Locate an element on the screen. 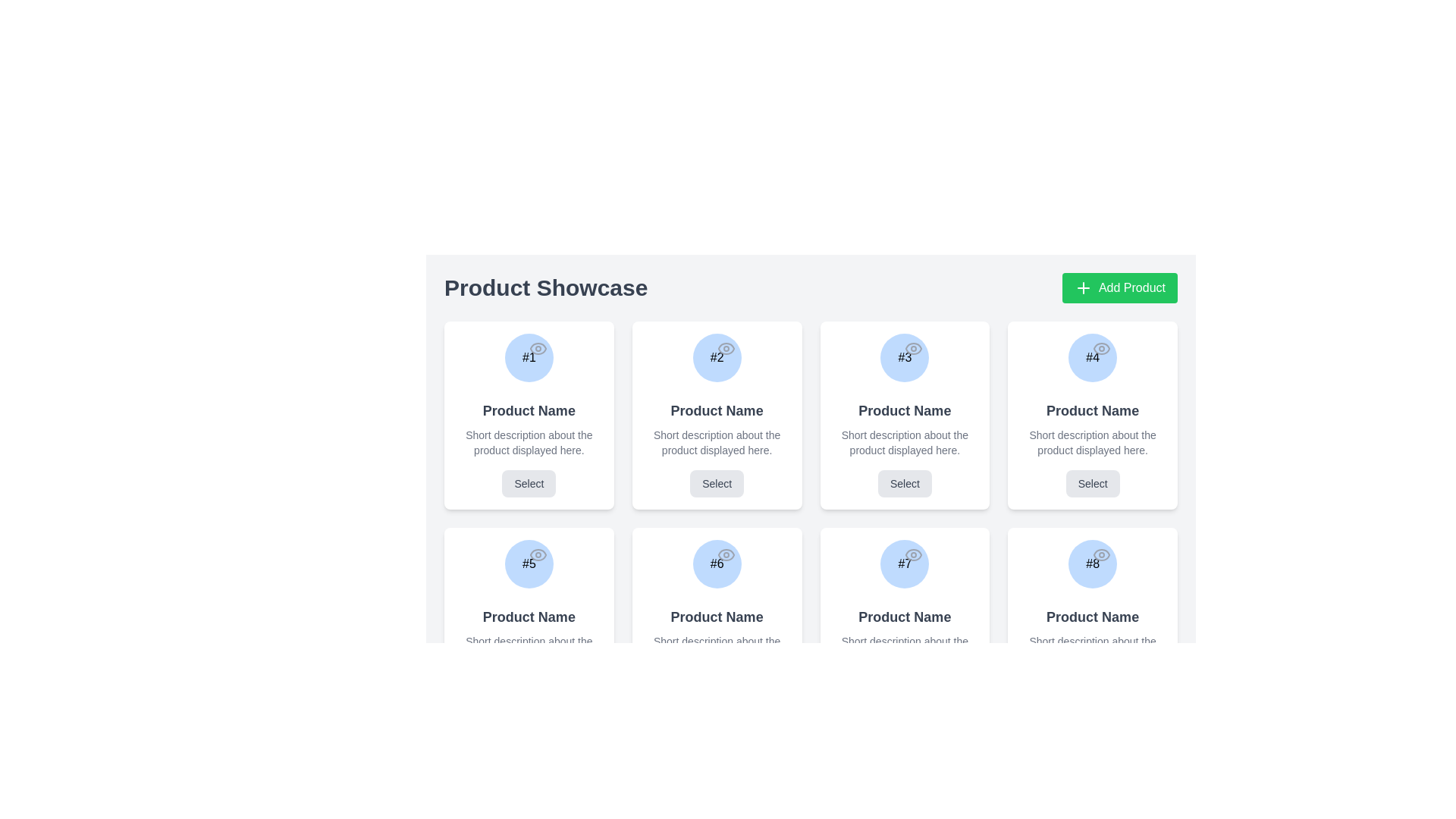  the actionable button at the bottom of the fourth card in the top row of the grid is located at coordinates (1092, 483).